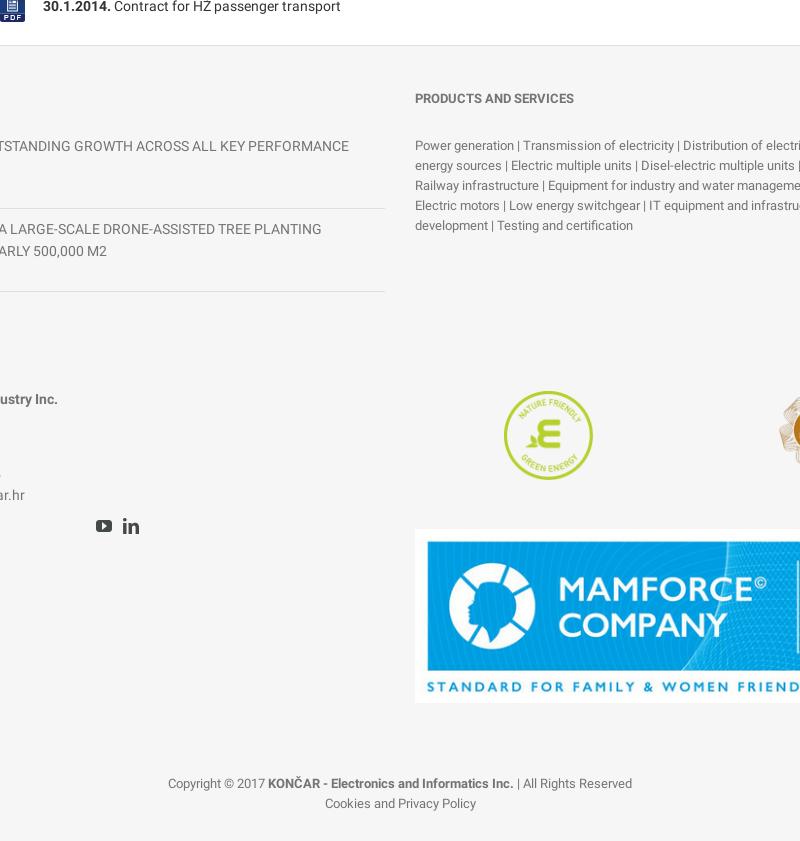  What do you see at coordinates (456, 204) in the screenshot?
I see `'Electric motors'` at bounding box center [456, 204].